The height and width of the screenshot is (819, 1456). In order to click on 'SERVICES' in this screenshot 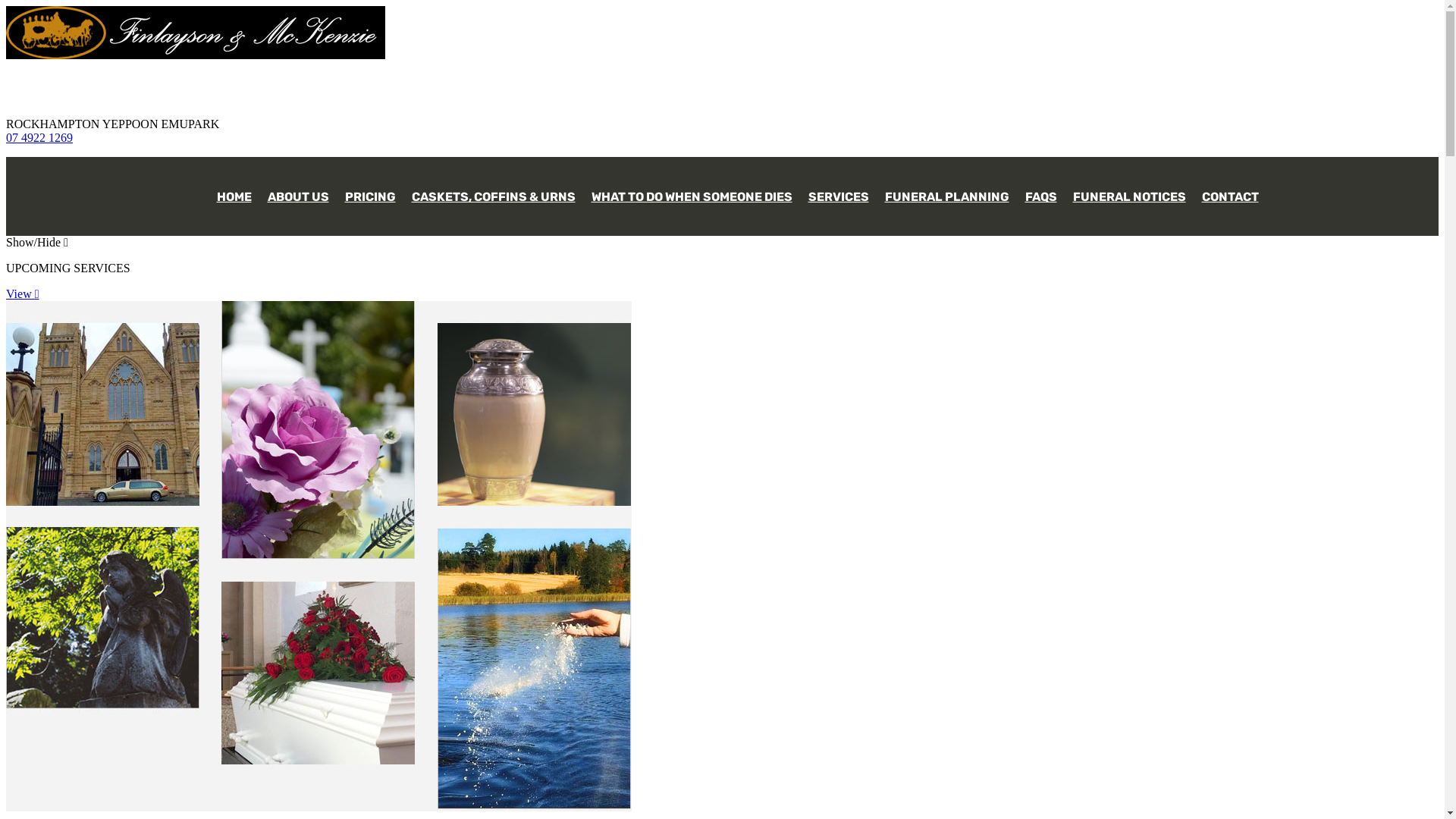, I will do `click(836, 189)`.